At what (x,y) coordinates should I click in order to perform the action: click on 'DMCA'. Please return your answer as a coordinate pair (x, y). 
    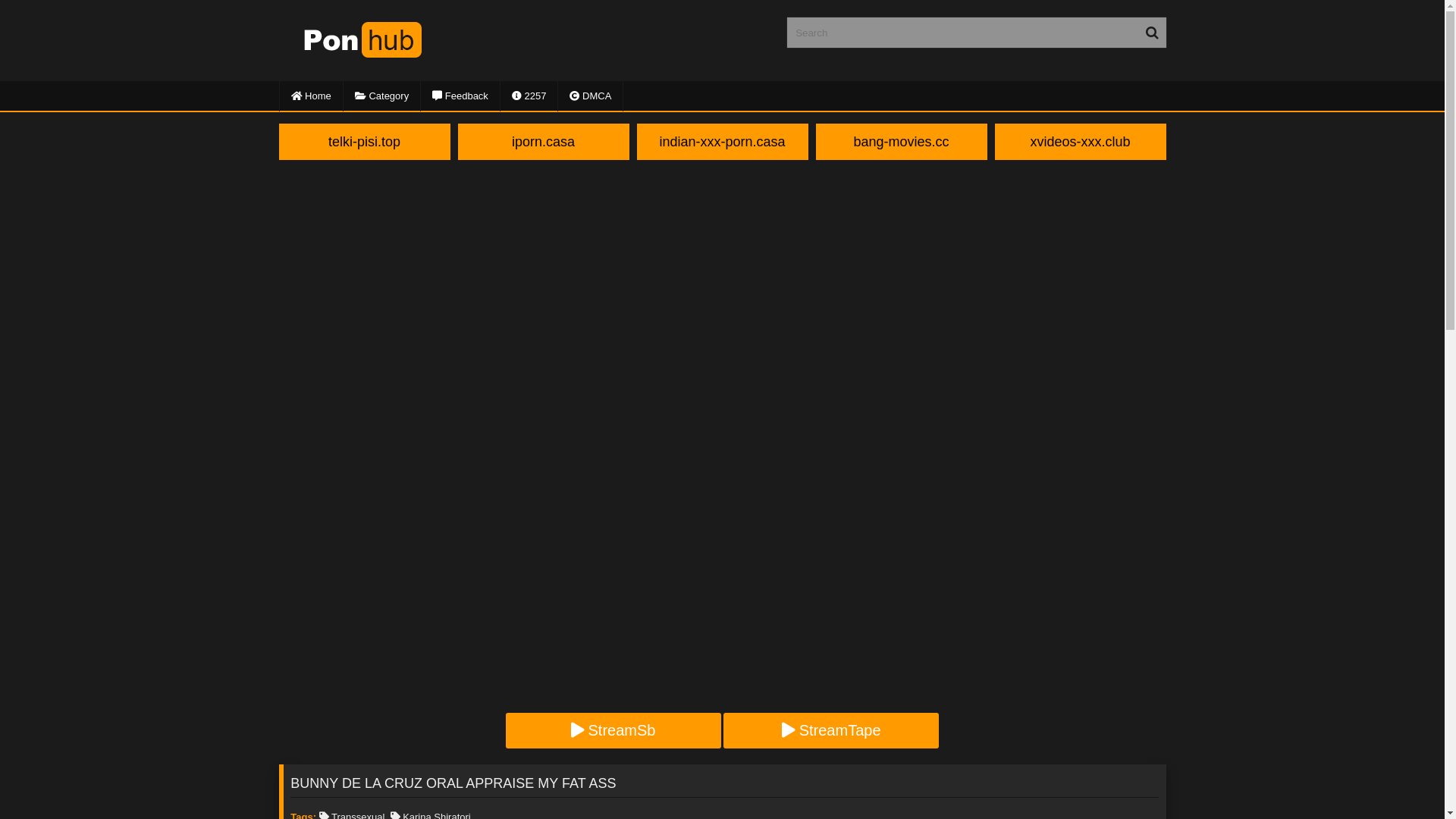
    Looking at the image, I should click on (589, 96).